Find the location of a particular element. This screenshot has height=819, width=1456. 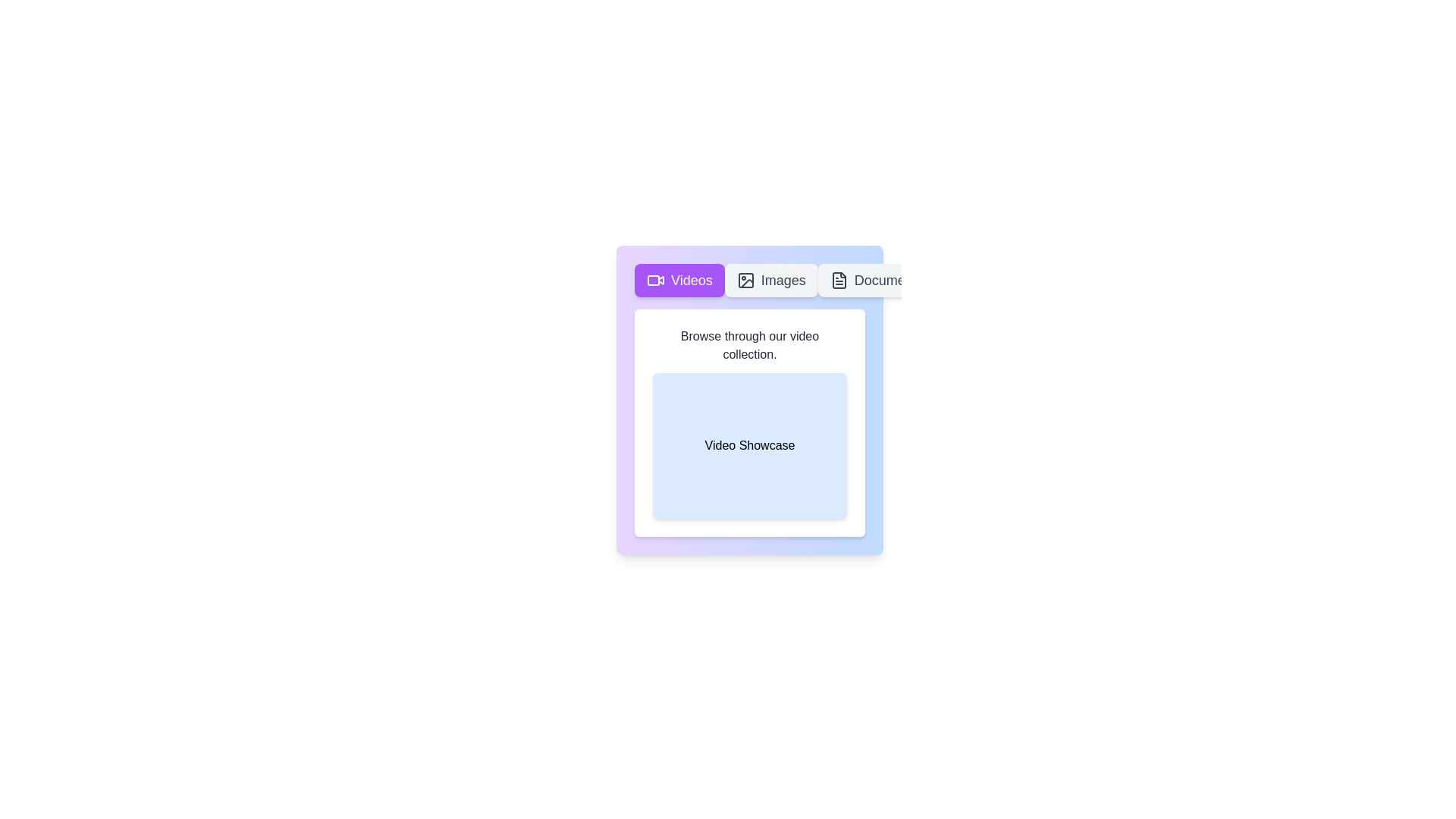

the 'Images' button icon, which is the second button from the left in the horizontal navigation bar at the top of the central card is located at coordinates (745, 281).